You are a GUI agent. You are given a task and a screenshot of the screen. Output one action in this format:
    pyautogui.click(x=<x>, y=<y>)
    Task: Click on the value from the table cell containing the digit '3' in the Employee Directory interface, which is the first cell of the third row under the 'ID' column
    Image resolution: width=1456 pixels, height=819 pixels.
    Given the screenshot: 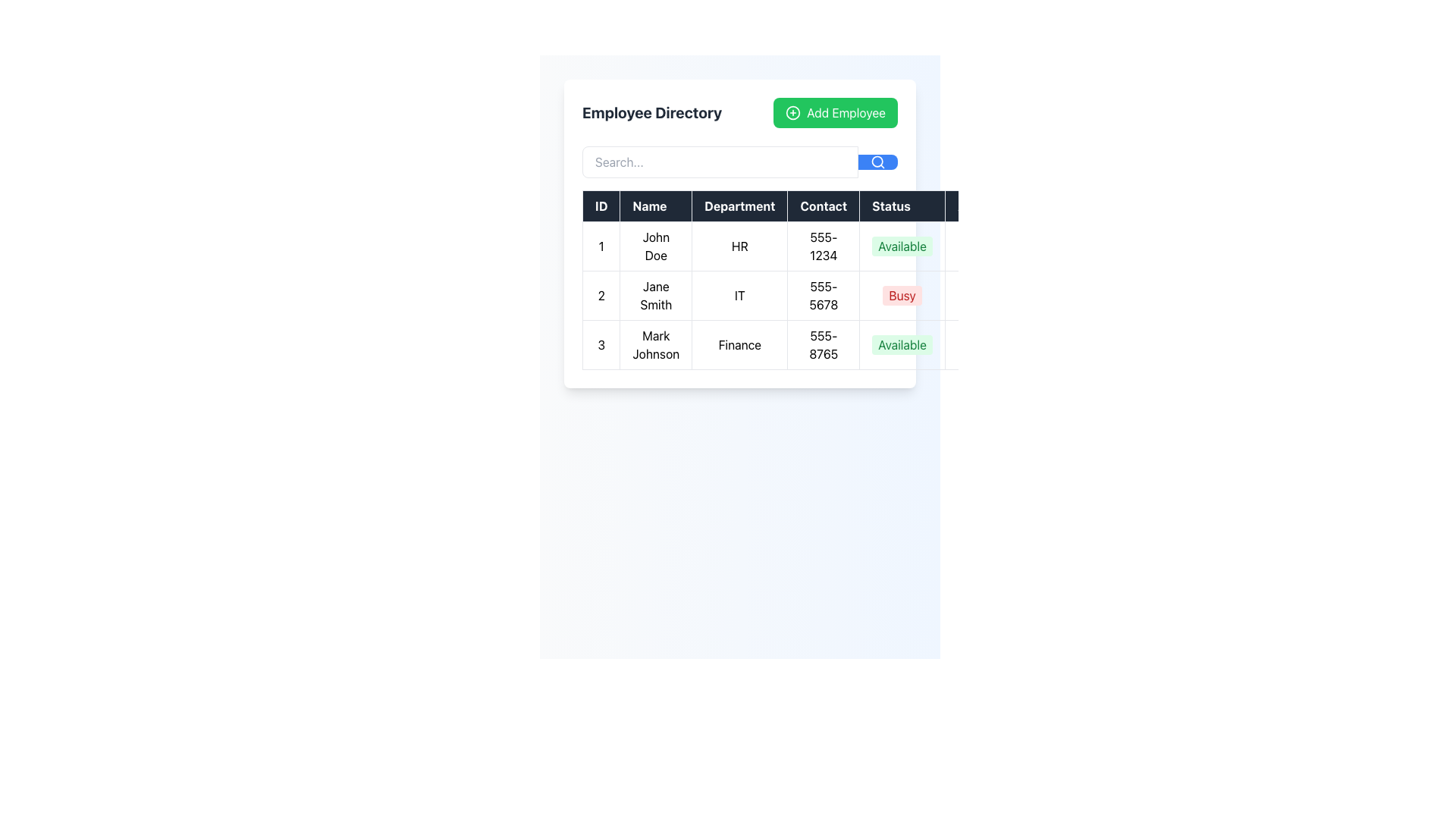 What is the action you would take?
    pyautogui.click(x=601, y=345)
    